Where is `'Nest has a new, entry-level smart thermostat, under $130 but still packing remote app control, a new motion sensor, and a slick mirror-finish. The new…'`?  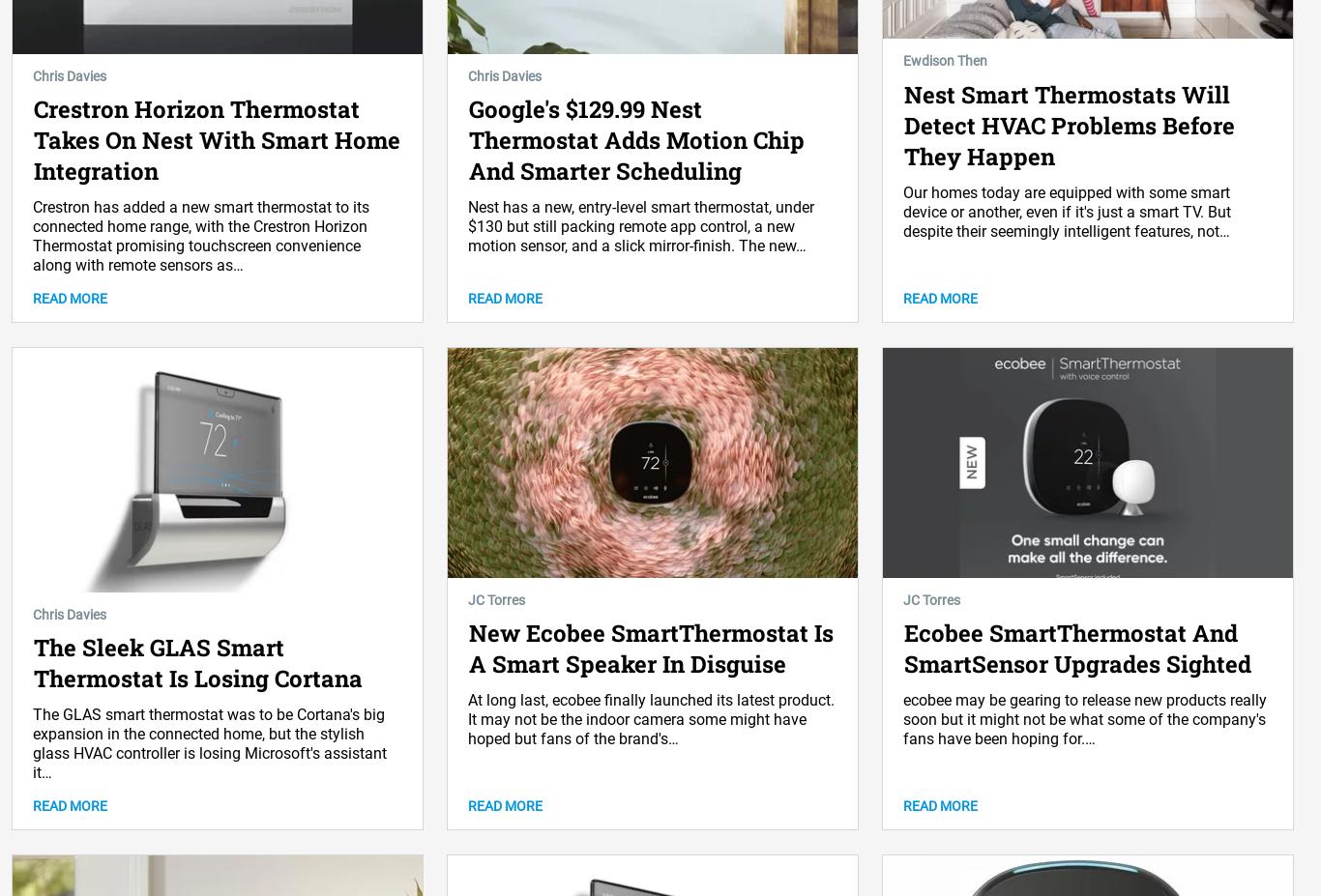 'Nest has a new, entry-level smart thermostat, under $130 but still packing remote app control, a new motion sensor, and a slick mirror-finish. The new…' is located at coordinates (640, 226).